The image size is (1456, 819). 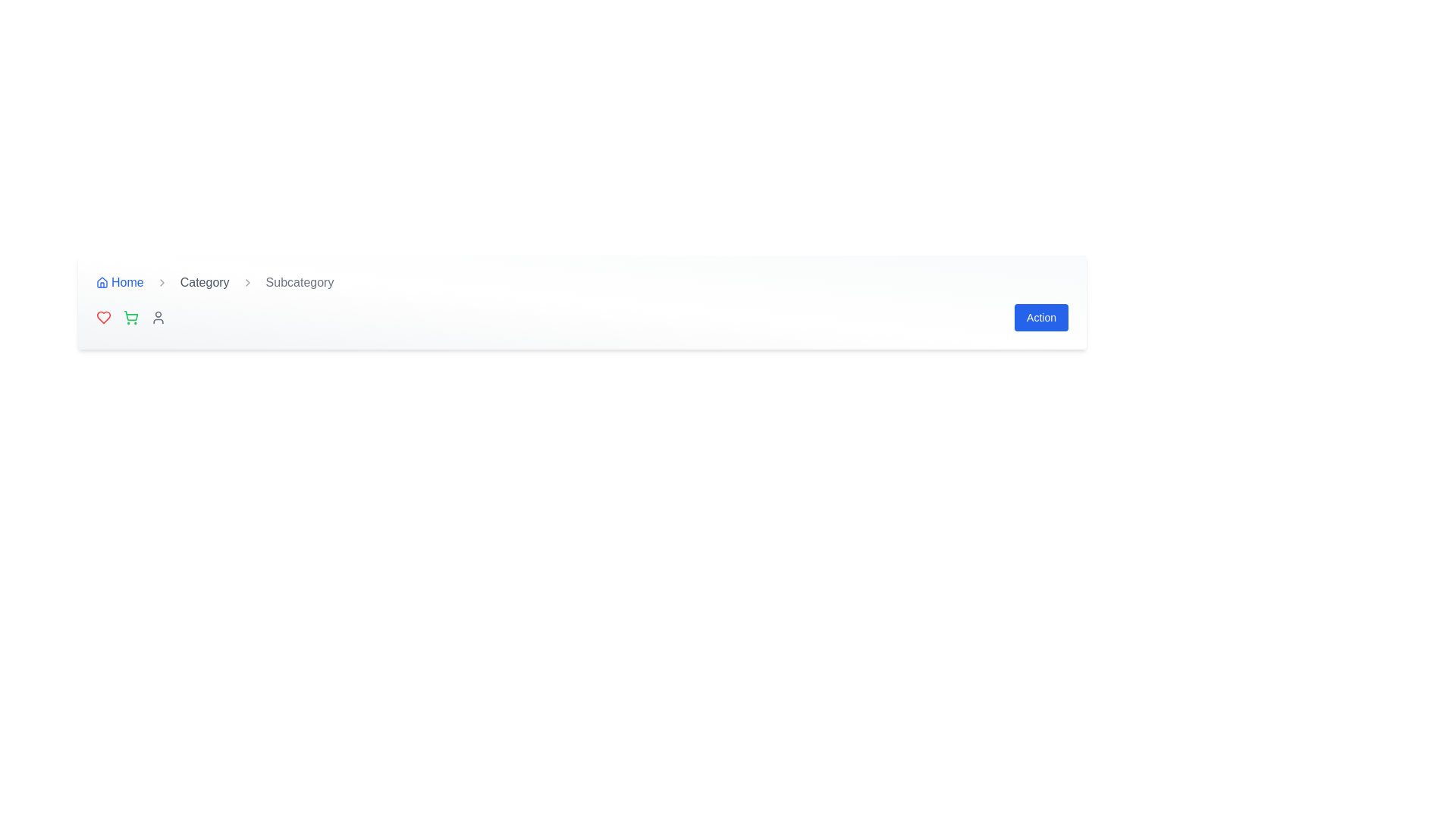 What do you see at coordinates (204, 282) in the screenshot?
I see `the 'Category' hyperlink` at bounding box center [204, 282].